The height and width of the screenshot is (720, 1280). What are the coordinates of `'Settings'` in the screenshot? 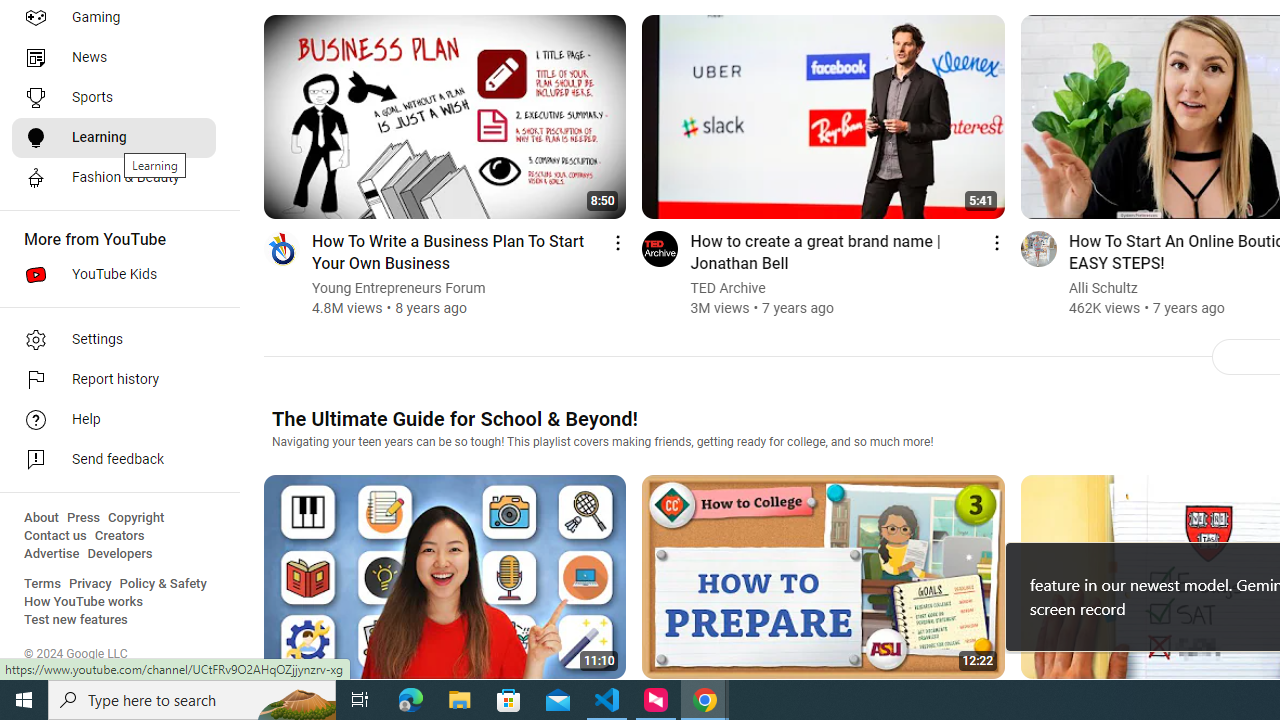 It's located at (112, 338).